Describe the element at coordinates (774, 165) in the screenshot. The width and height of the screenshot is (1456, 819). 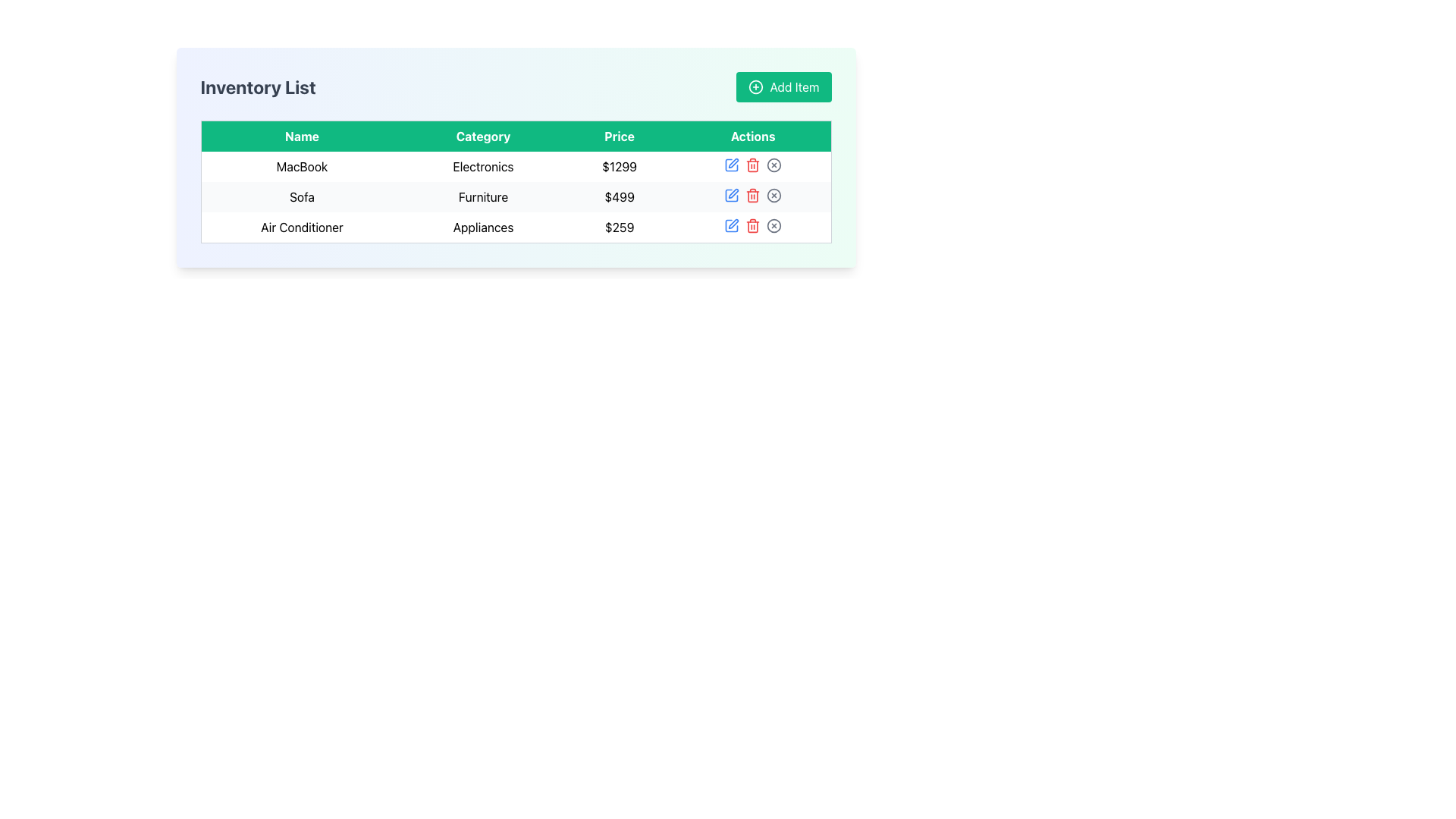
I see `the circular 'X' icon in the Actions column of the top row of the table` at that location.